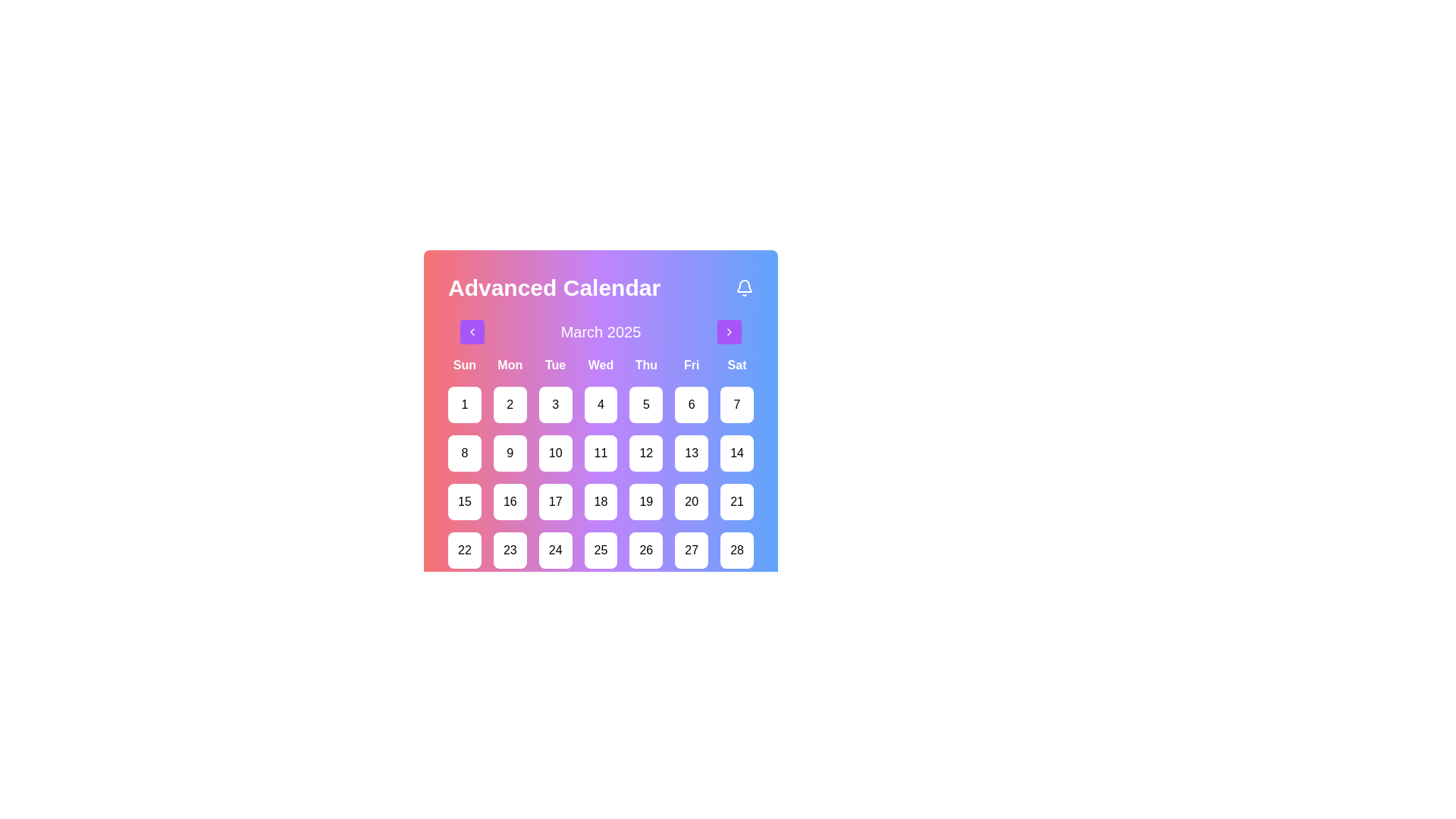  What do you see at coordinates (646, 403) in the screenshot?
I see `the calendar day block element displaying the numeric '5'` at bounding box center [646, 403].